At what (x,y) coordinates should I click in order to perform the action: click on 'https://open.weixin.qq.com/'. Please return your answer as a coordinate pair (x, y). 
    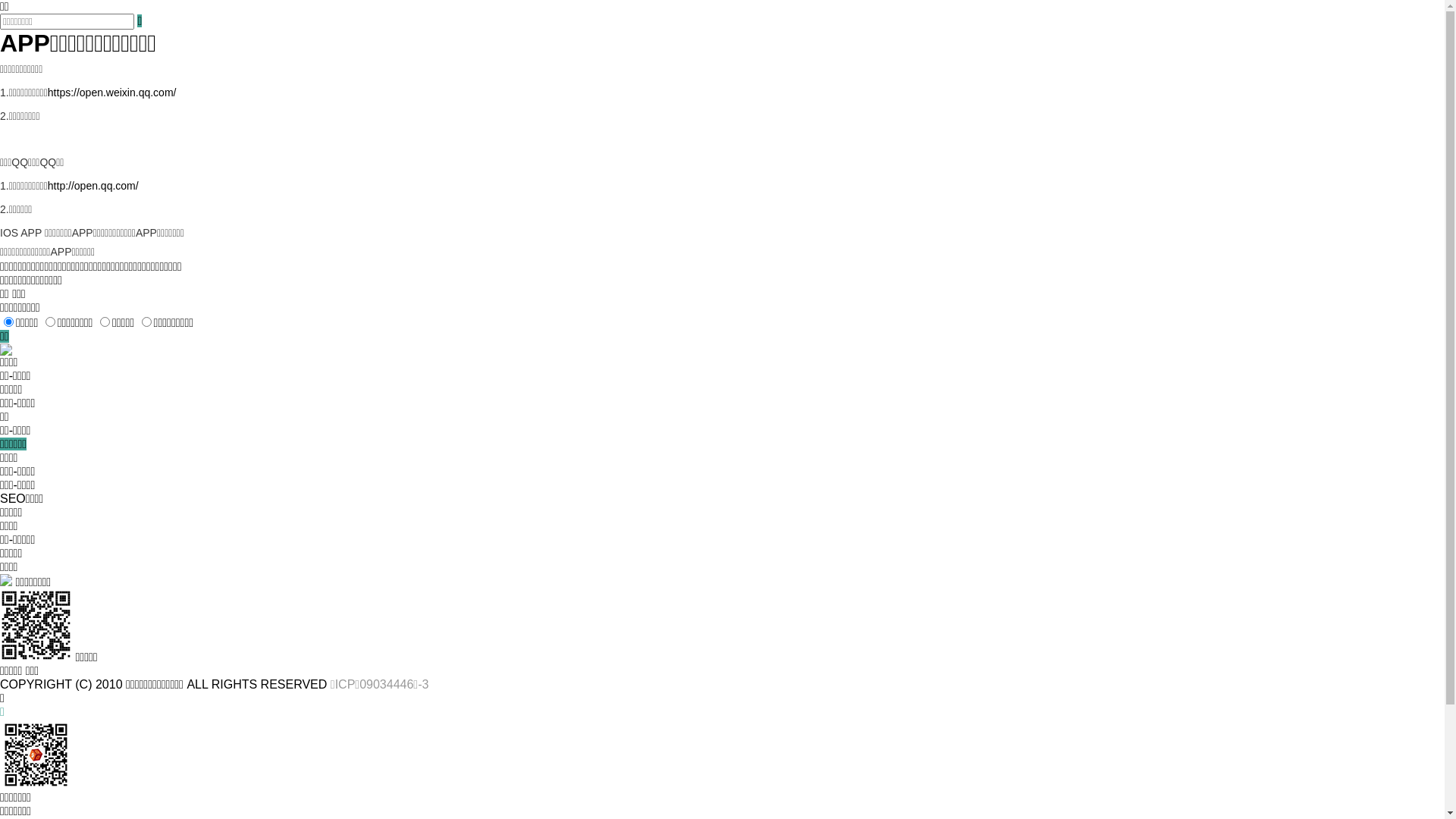
    Looking at the image, I should click on (111, 93).